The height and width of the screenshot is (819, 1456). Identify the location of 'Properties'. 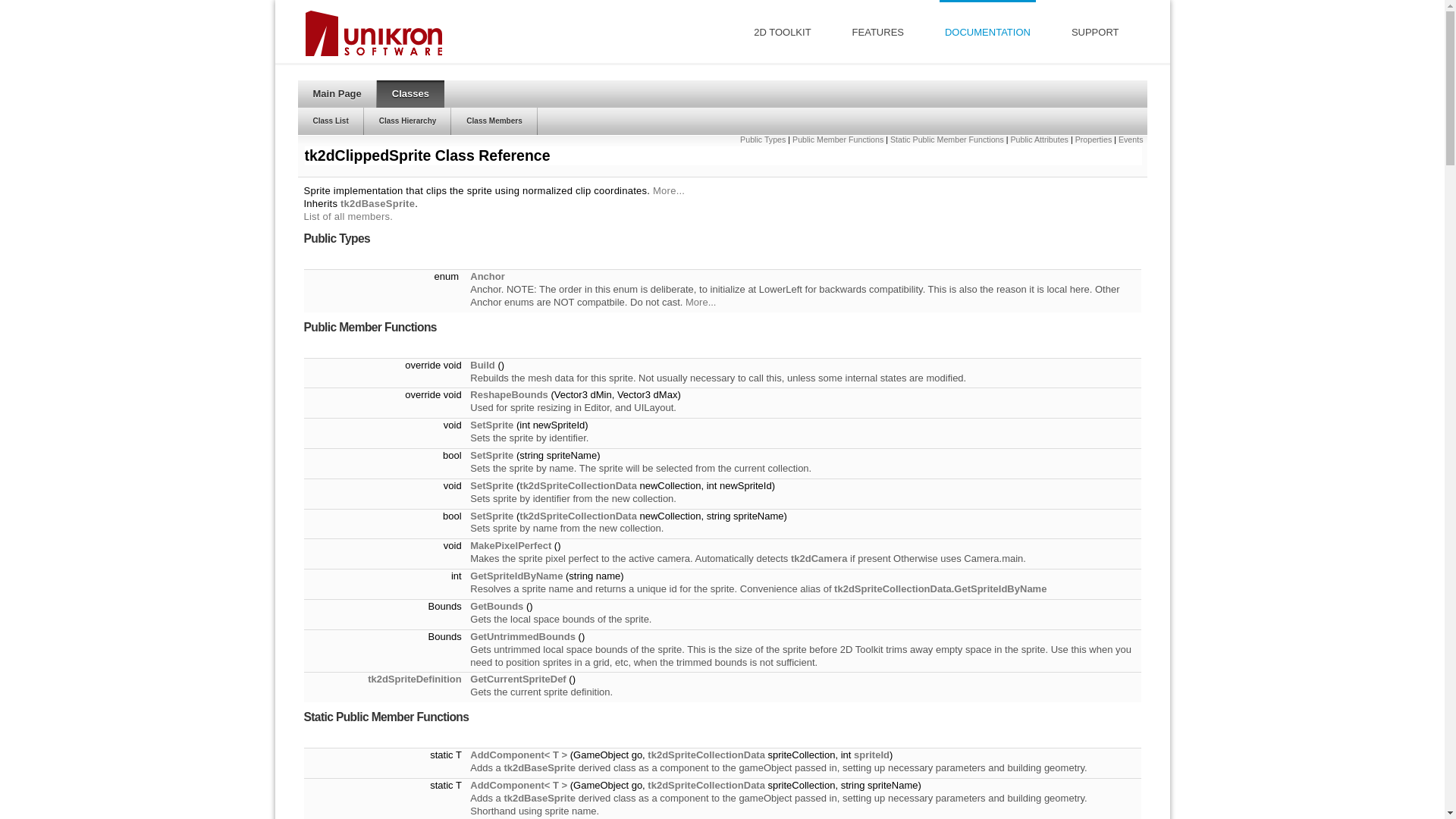
(1094, 140).